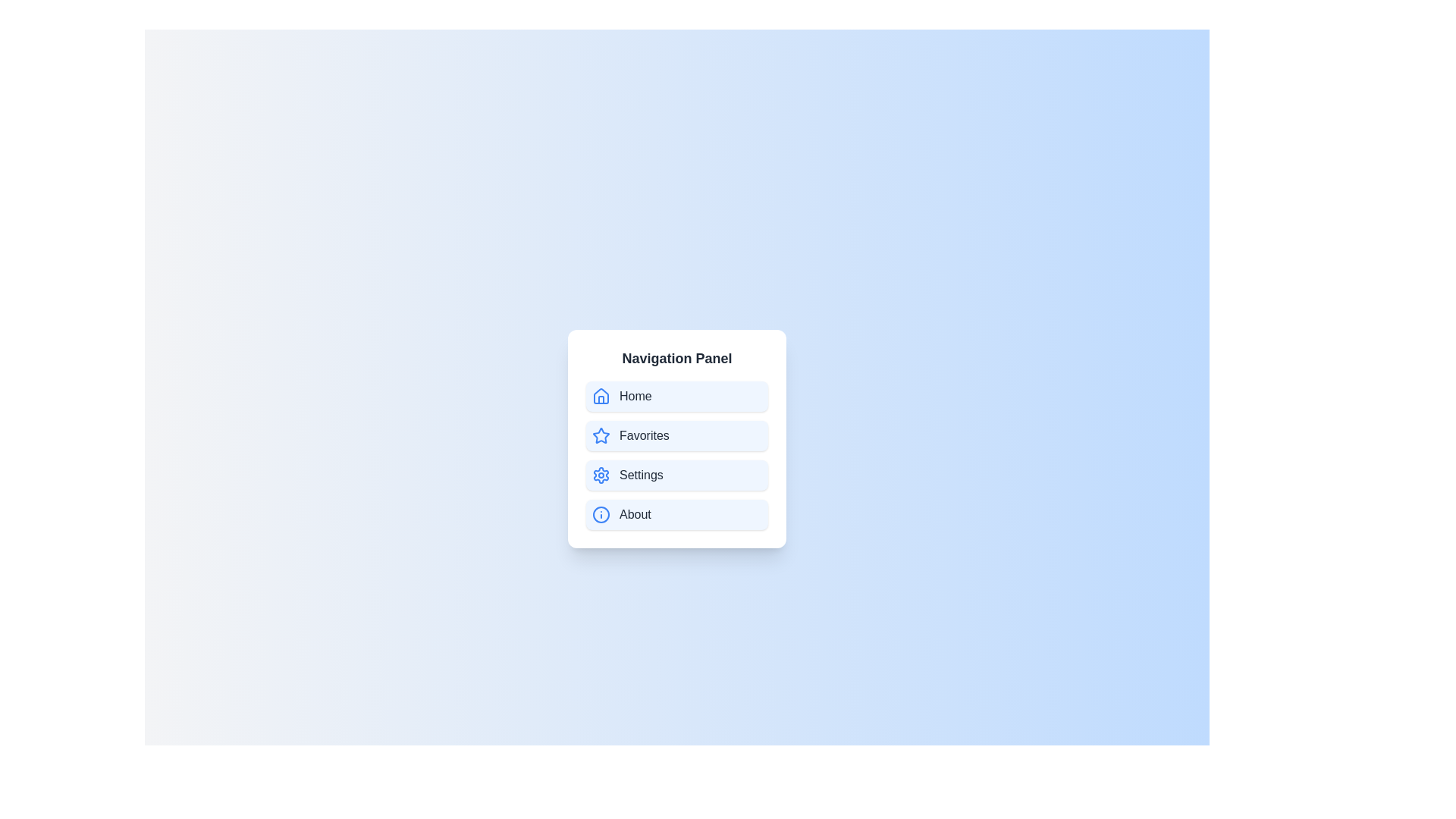 This screenshot has width=1456, height=819. What do you see at coordinates (676, 396) in the screenshot?
I see `the 'Home' navigation button to potentially reveal tooltips or highlight it` at bounding box center [676, 396].